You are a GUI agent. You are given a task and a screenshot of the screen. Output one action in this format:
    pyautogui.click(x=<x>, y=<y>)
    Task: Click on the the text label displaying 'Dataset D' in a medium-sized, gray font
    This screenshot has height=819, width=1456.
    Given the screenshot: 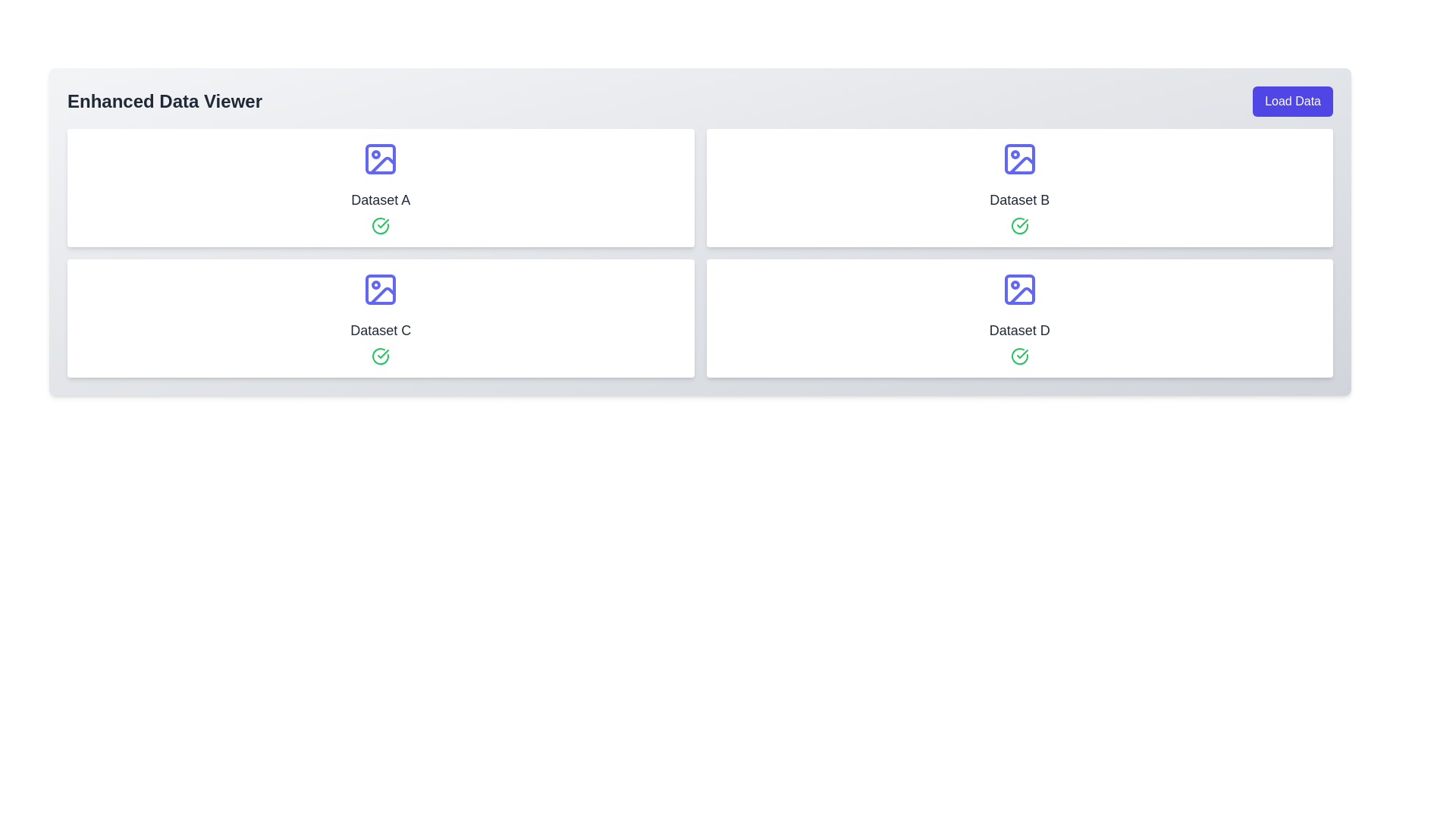 What is the action you would take?
    pyautogui.click(x=1019, y=329)
    